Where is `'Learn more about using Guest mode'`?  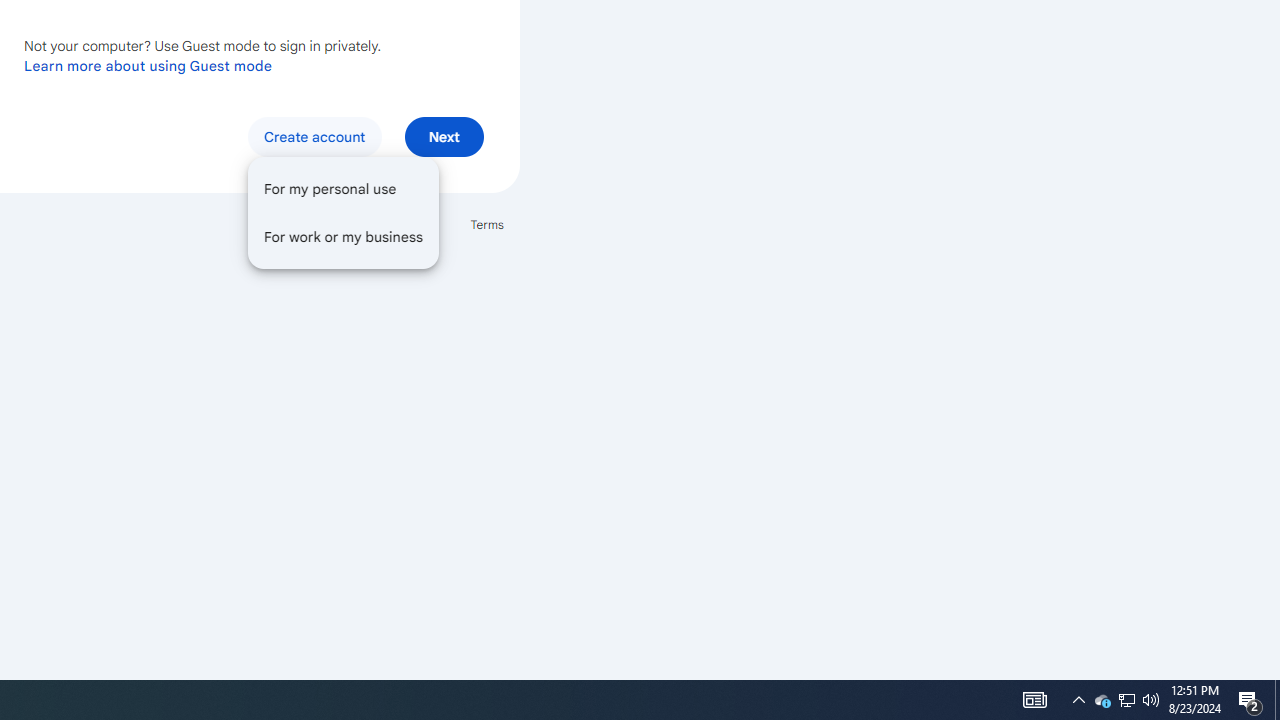 'Learn more about using Guest mode' is located at coordinates (147, 64).